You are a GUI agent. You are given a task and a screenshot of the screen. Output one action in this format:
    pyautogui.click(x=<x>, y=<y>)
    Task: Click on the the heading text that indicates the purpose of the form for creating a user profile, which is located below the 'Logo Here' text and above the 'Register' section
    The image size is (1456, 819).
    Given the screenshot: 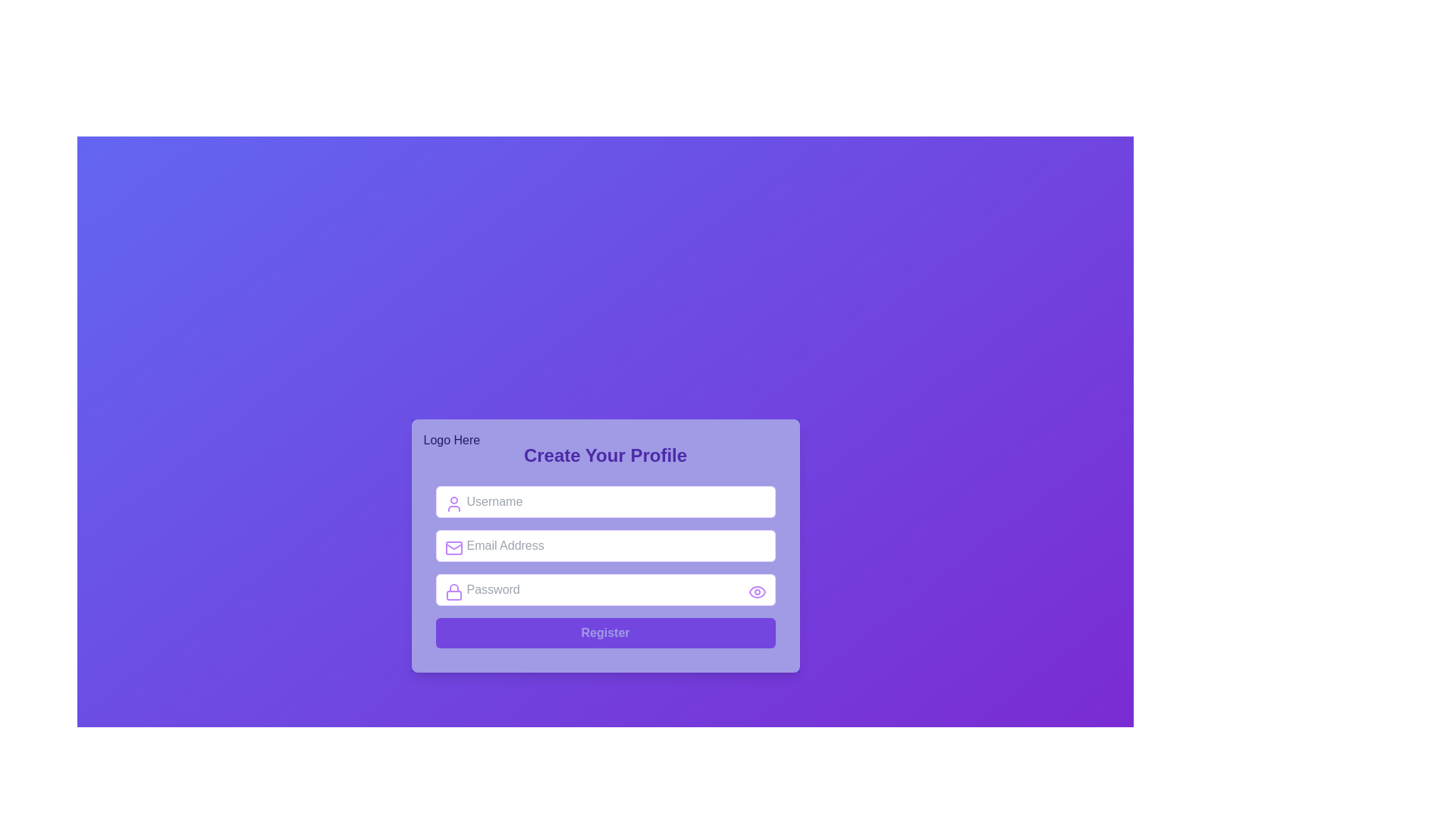 What is the action you would take?
    pyautogui.click(x=604, y=455)
    